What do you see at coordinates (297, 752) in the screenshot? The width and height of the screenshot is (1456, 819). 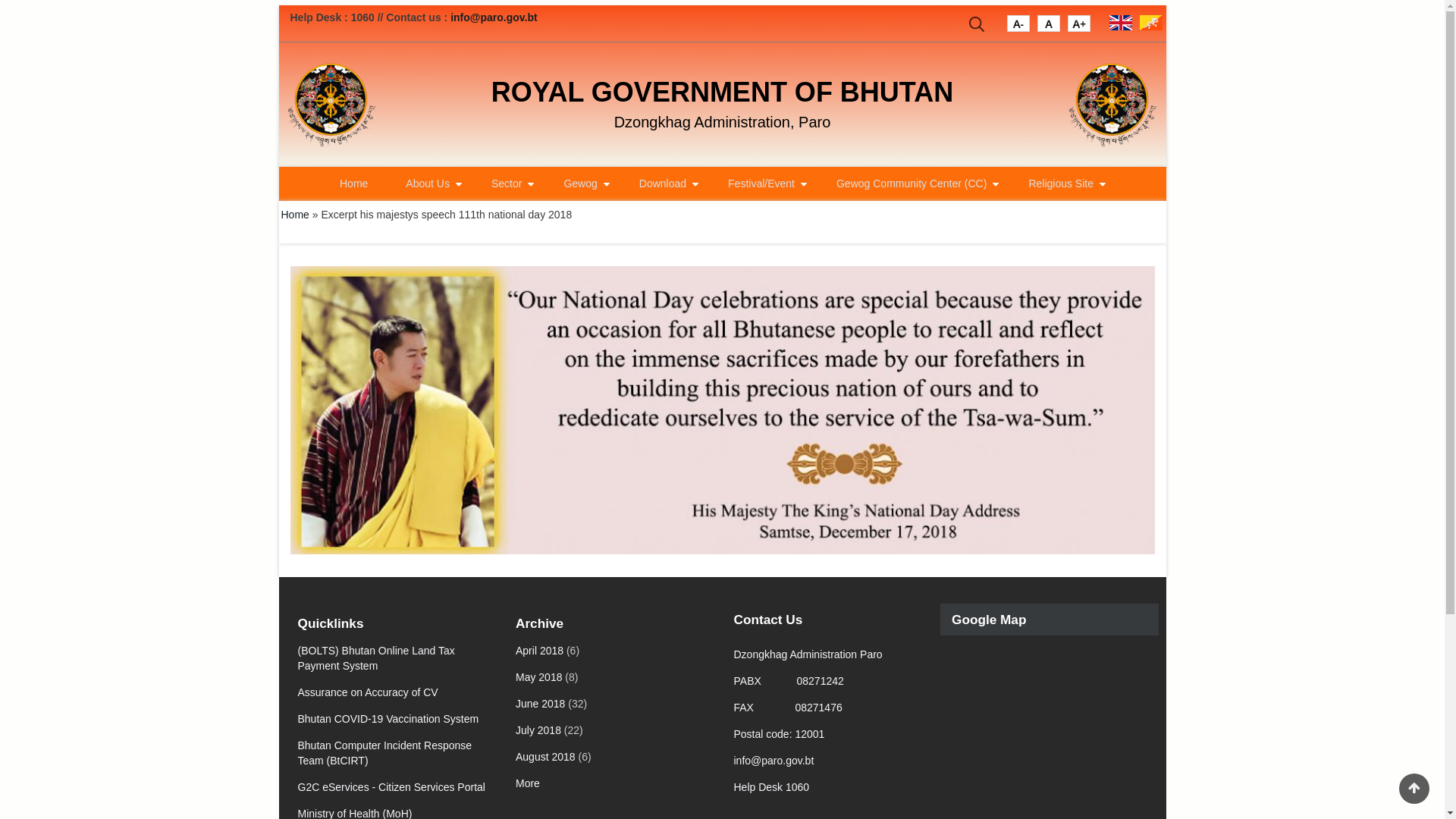 I see `'Bhutan Computer Incident Response Team (BtCIRT)'` at bounding box center [297, 752].